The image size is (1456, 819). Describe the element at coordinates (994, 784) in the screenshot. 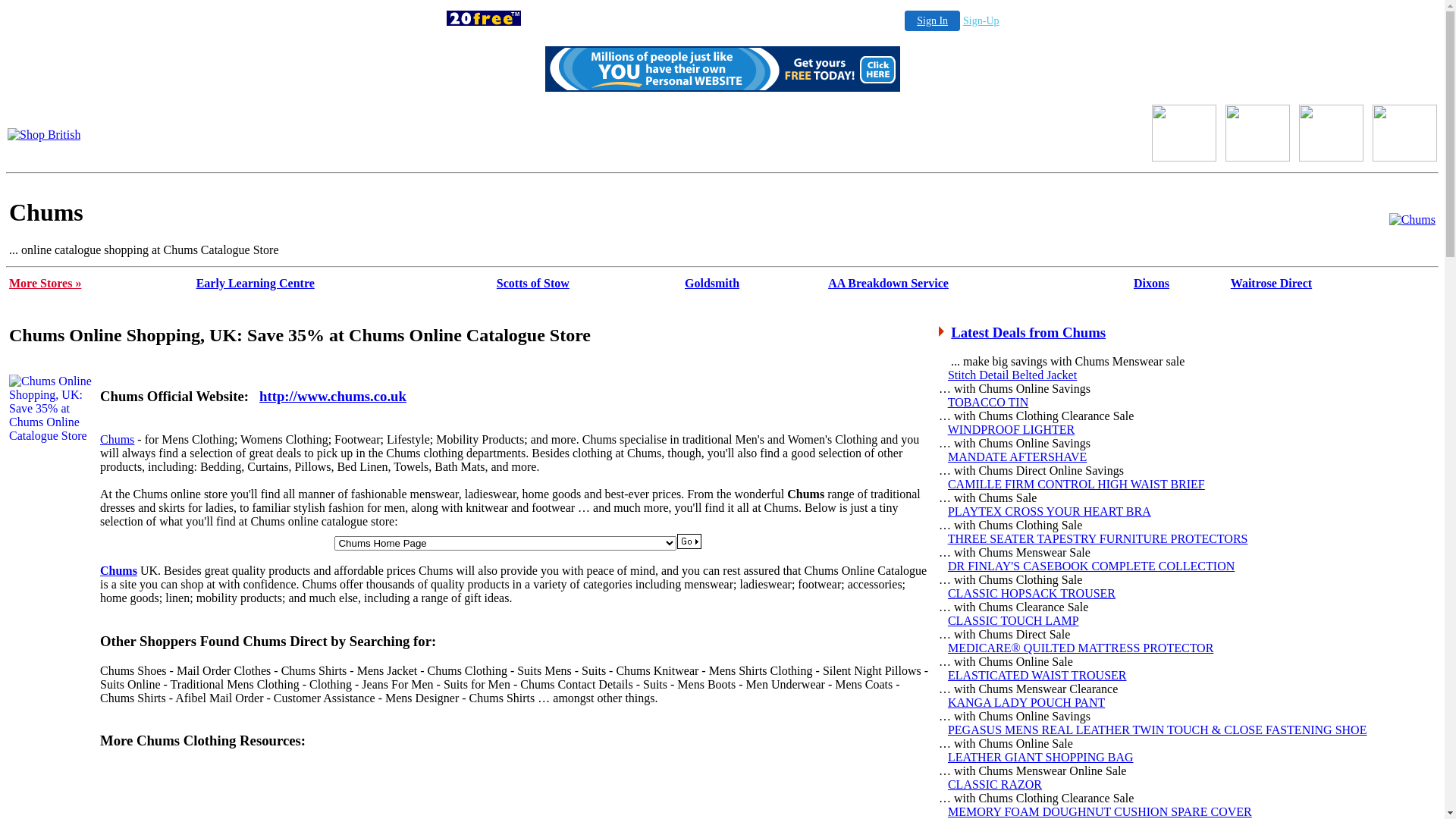

I see `'CLASSIC RAZOR'` at that location.